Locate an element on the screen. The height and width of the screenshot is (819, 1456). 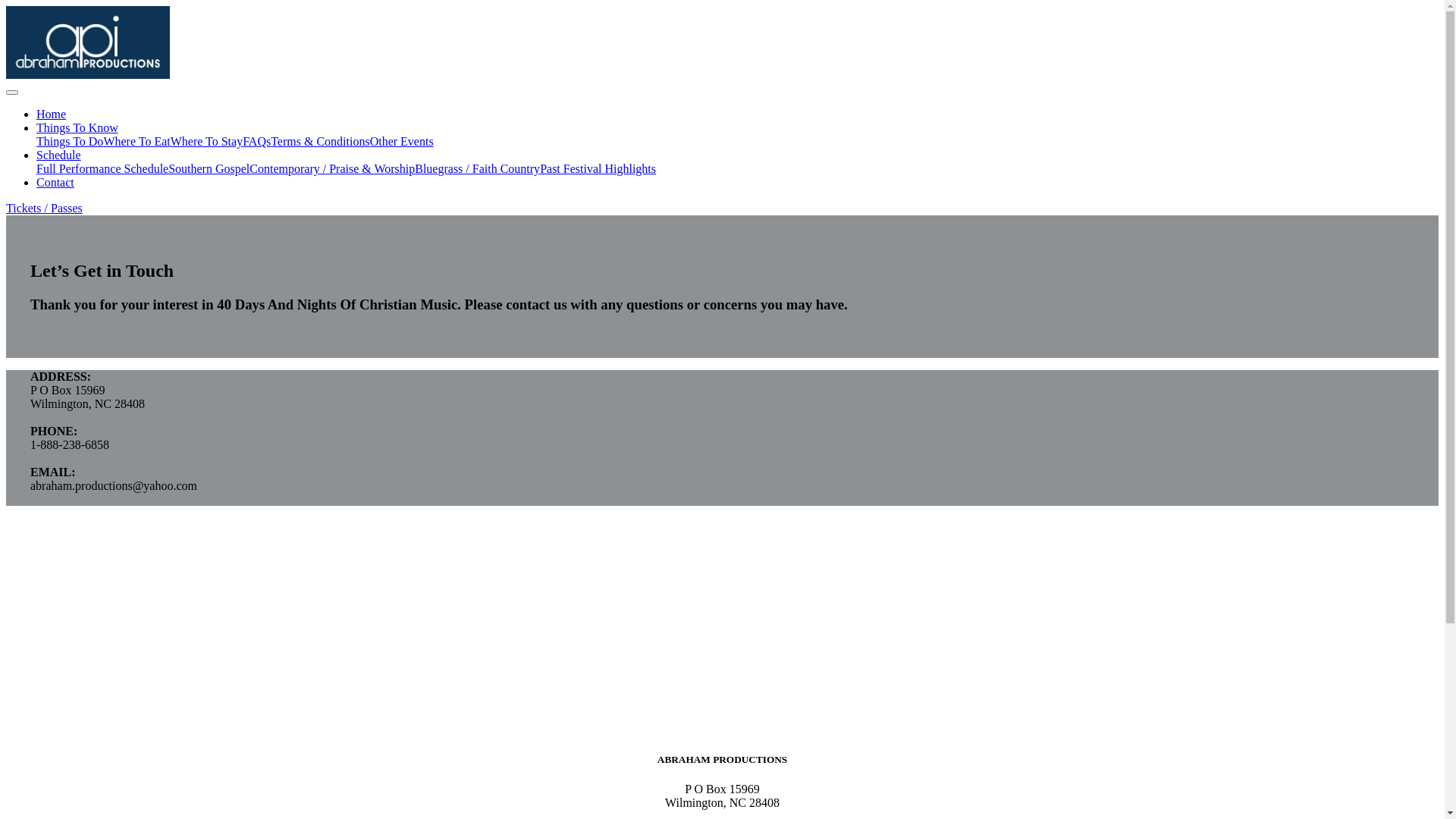
'Things To Know' is located at coordinates (76, 127).